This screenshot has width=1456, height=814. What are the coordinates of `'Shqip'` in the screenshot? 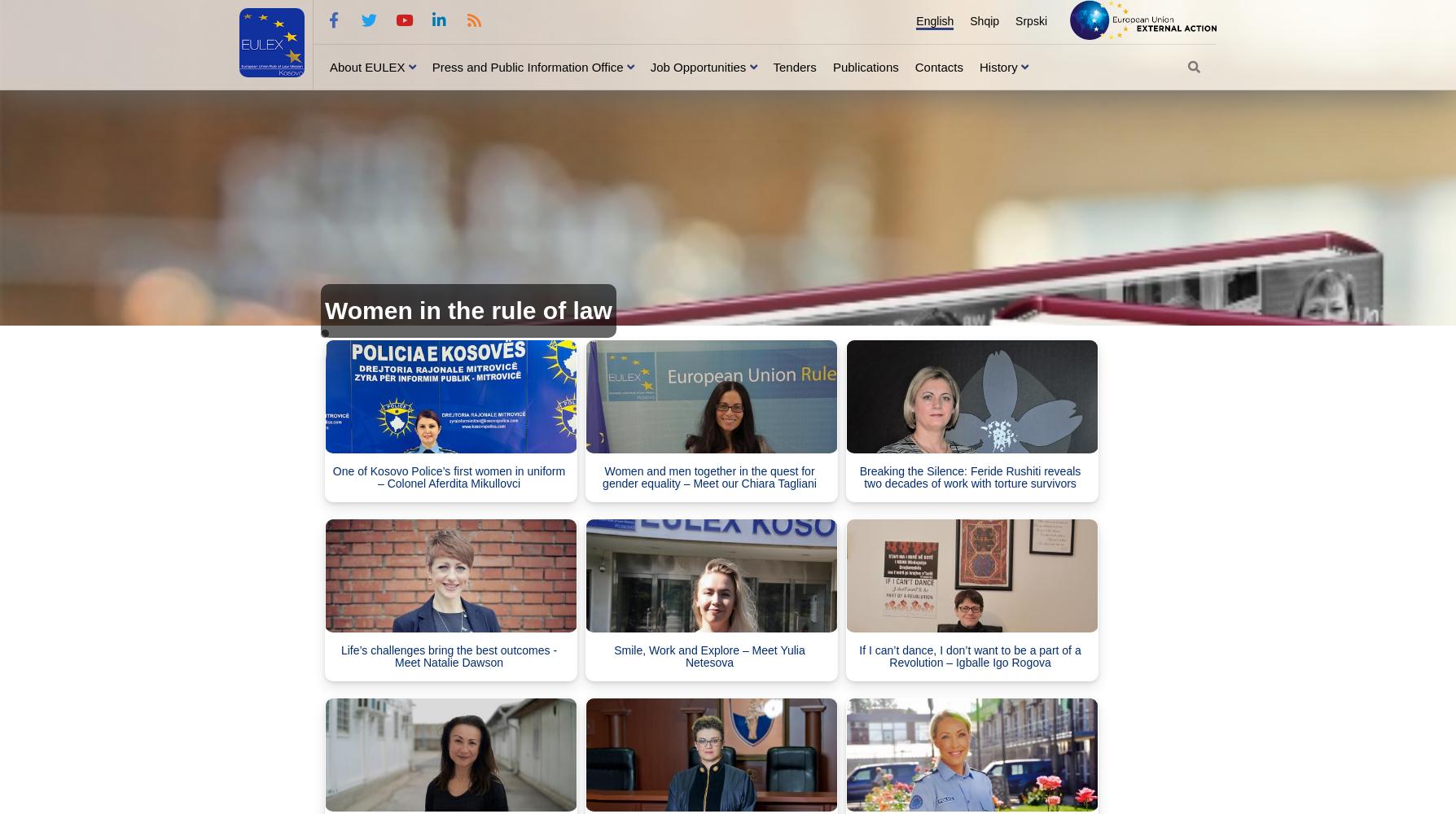 It's located at (984, 21).